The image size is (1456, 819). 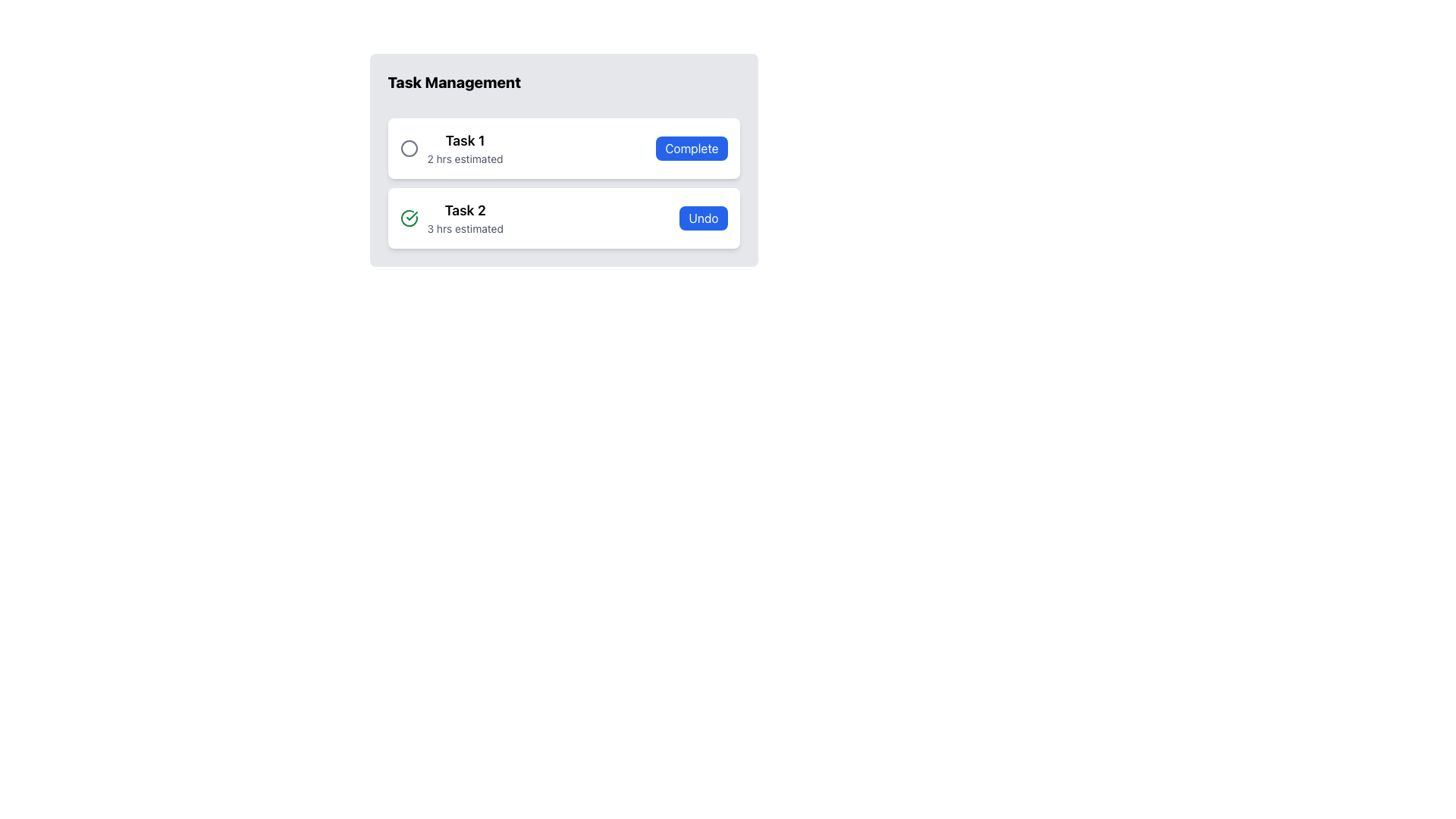 I want to click on the 'Task 2' text label, which is part of the second task card in a task management interface, so click(x=464, y=210).